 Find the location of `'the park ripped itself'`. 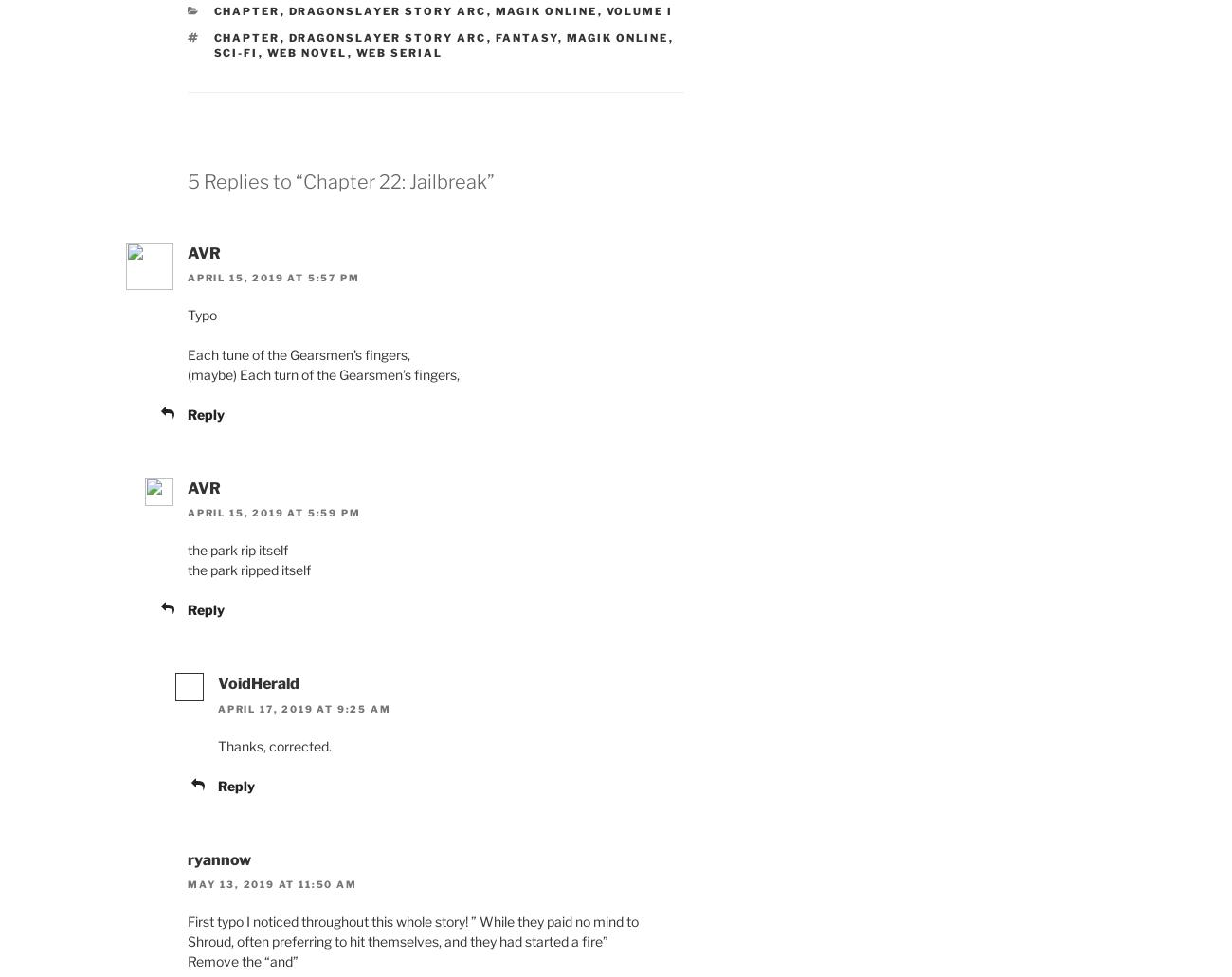

'the park ripped itself' is located at coordinates (247, 569).